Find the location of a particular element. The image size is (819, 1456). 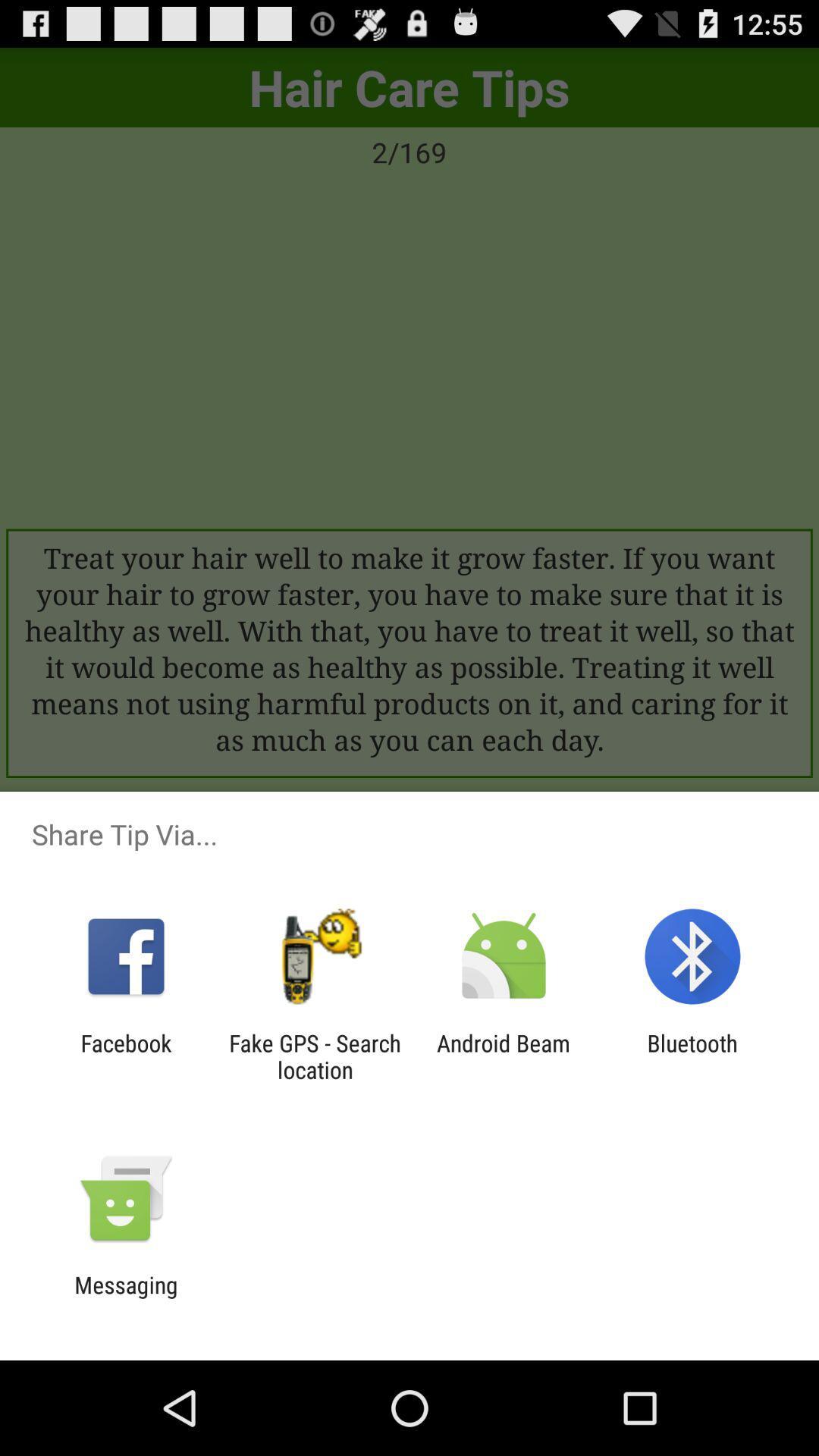

the facebook app is located at coordinates (125, 1056).